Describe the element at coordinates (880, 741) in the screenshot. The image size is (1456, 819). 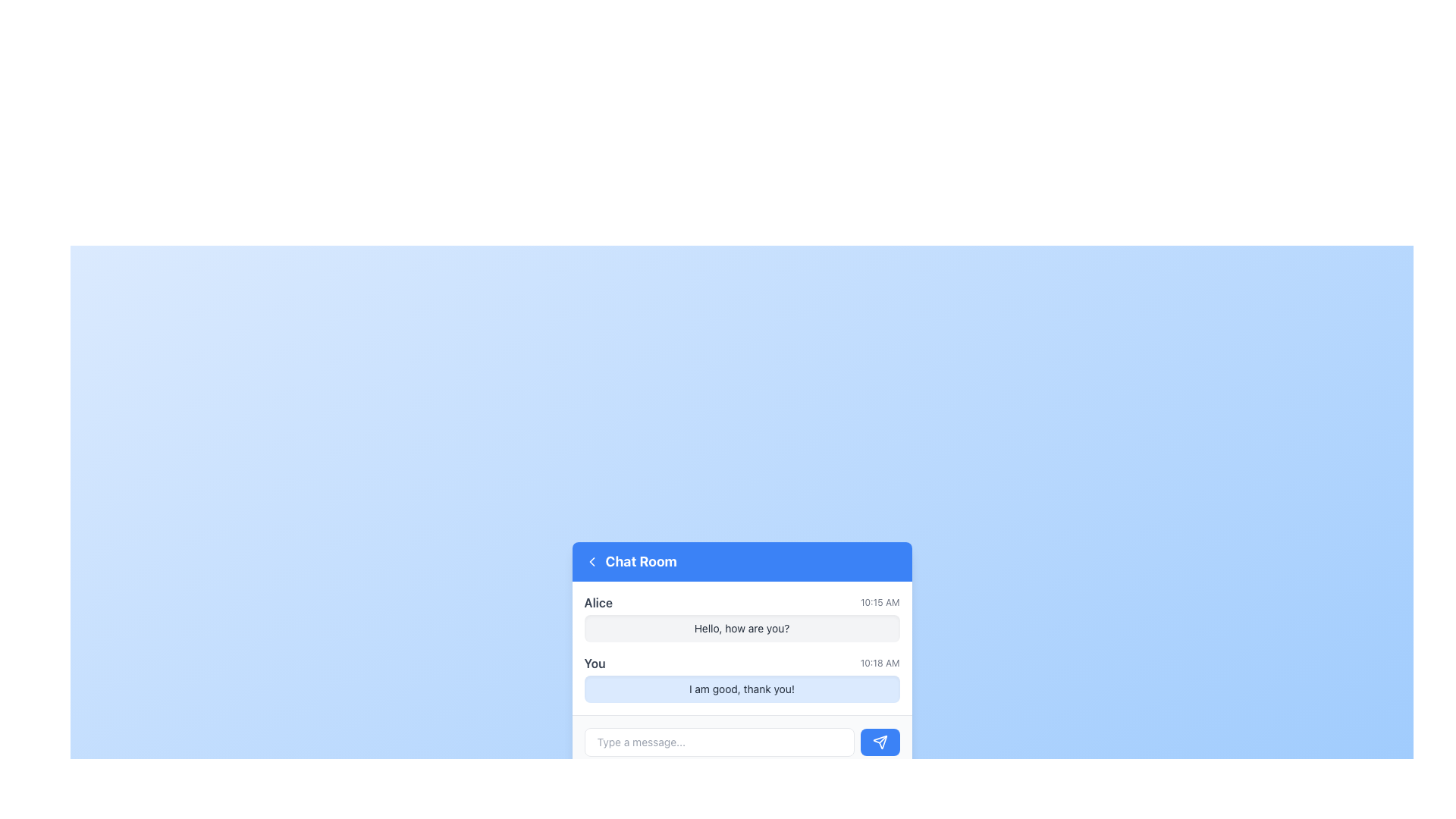
I see `the send message button, which is represented by a blue button with a white paper airplane icon, located at the bottom right of the chat interface` at that location.